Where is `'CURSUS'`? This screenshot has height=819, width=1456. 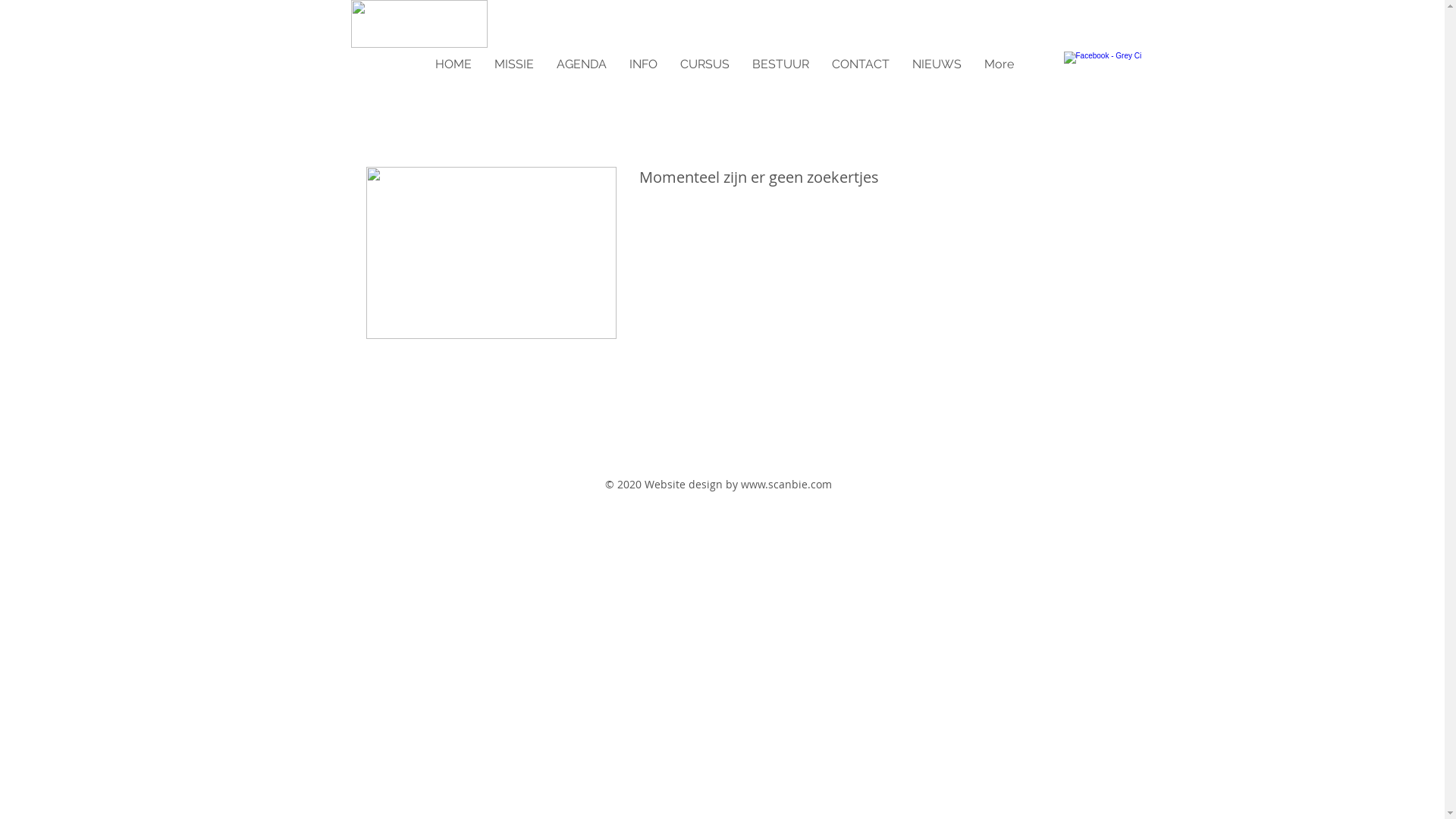
'CURSUS' is located at coordinates (668, 63).